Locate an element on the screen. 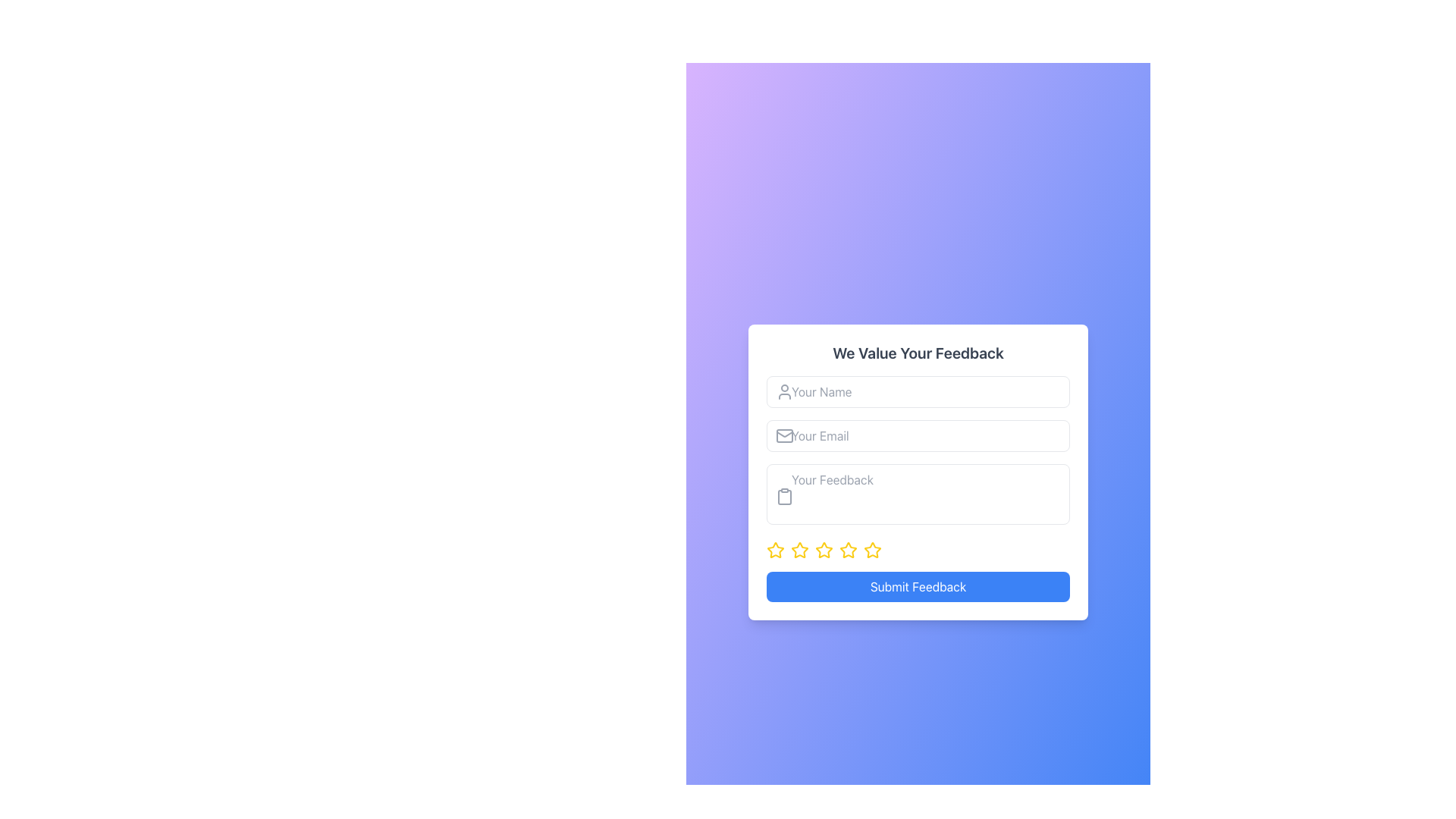  the fourth star icon in the horizontal lineup of rating stars below the feedback form is located at coordinates (847, 550).